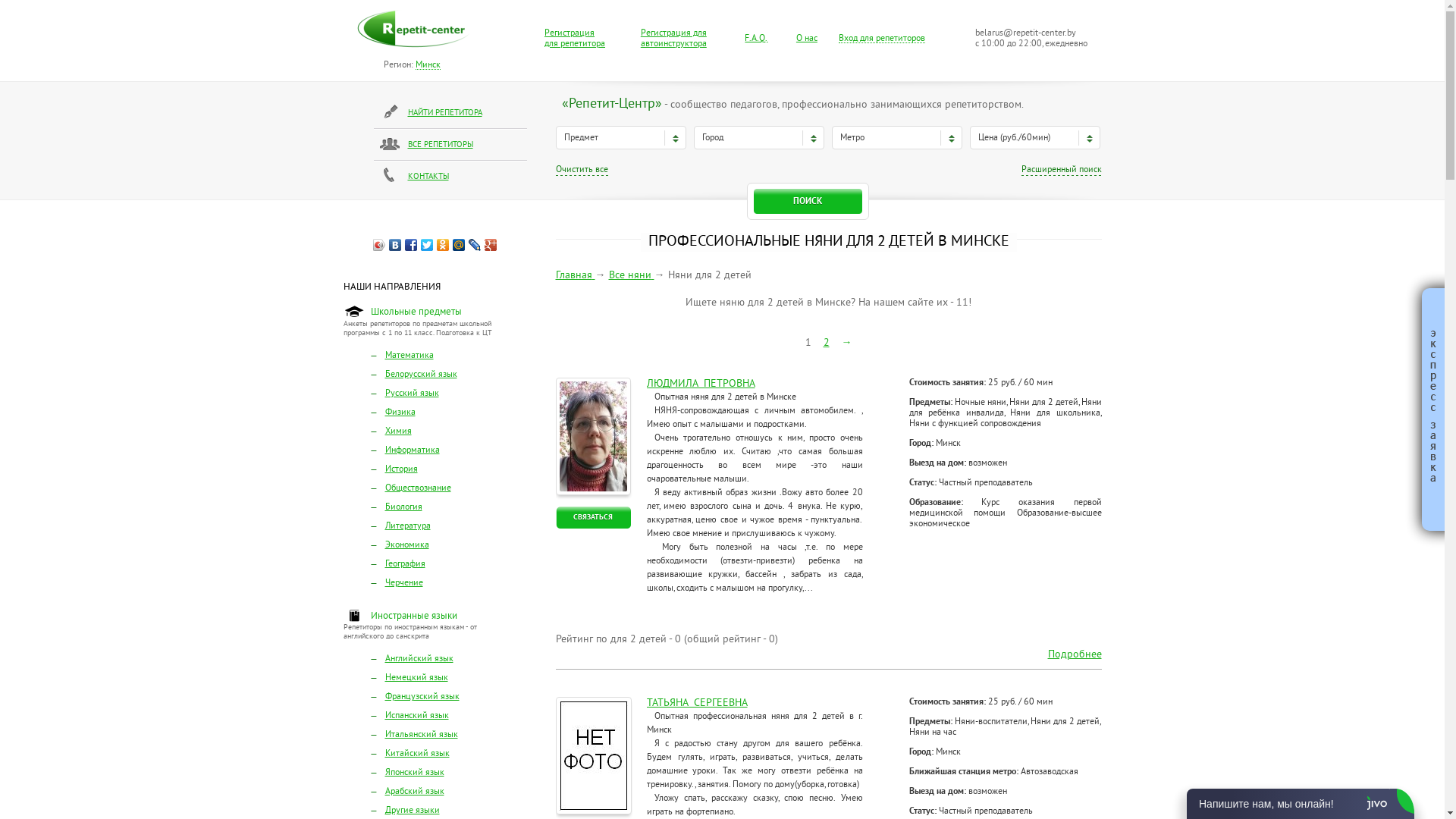  Describe the element at coordinates (756, 38) in the screenshot. I see `'F.A.Q.'` at that location.